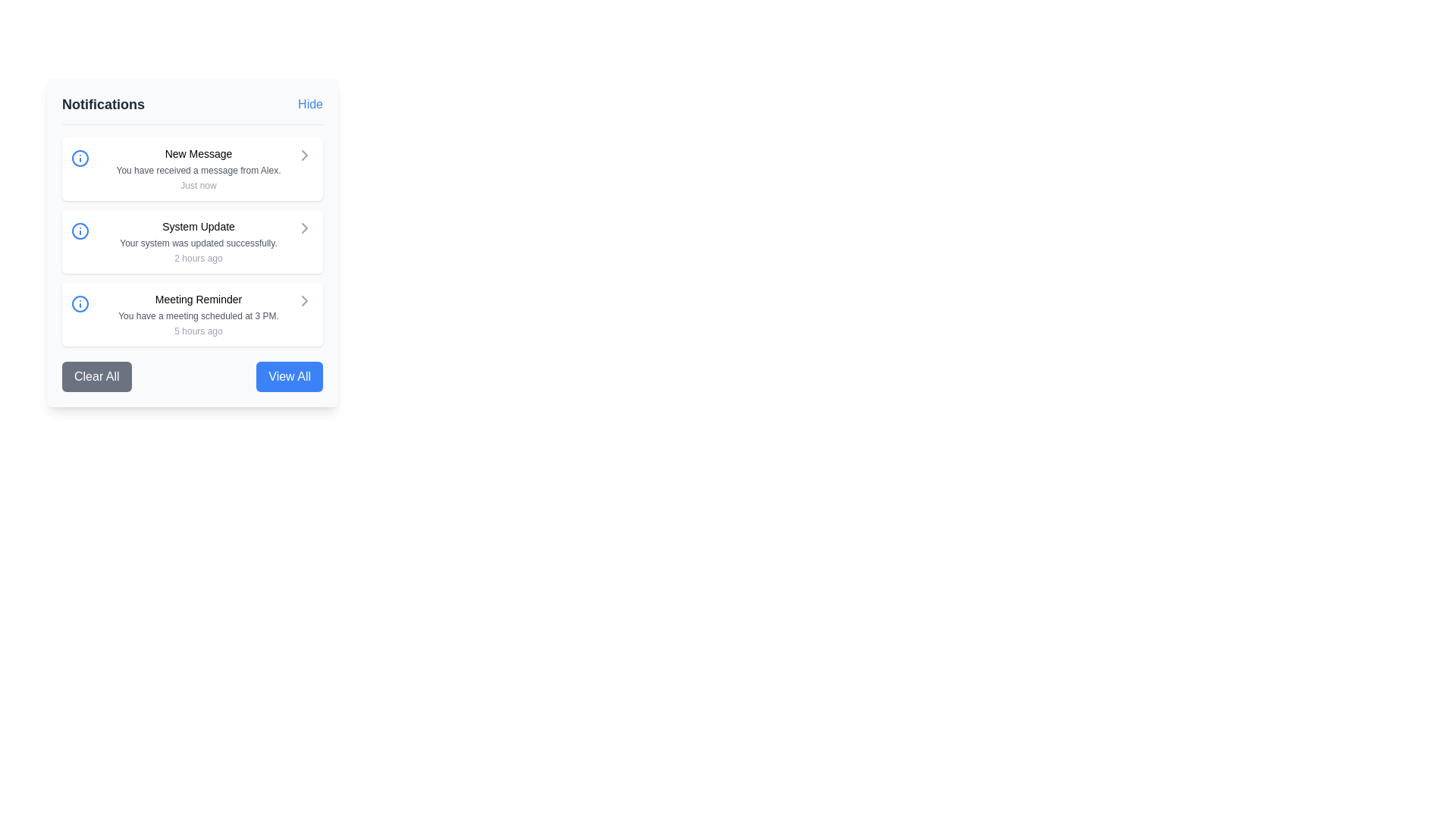  Describe the element at coordinates (198, 154) in the screenshot. I see `the Text element displaying 'New Message' which is the title of the notification in the sidebar` at that location.